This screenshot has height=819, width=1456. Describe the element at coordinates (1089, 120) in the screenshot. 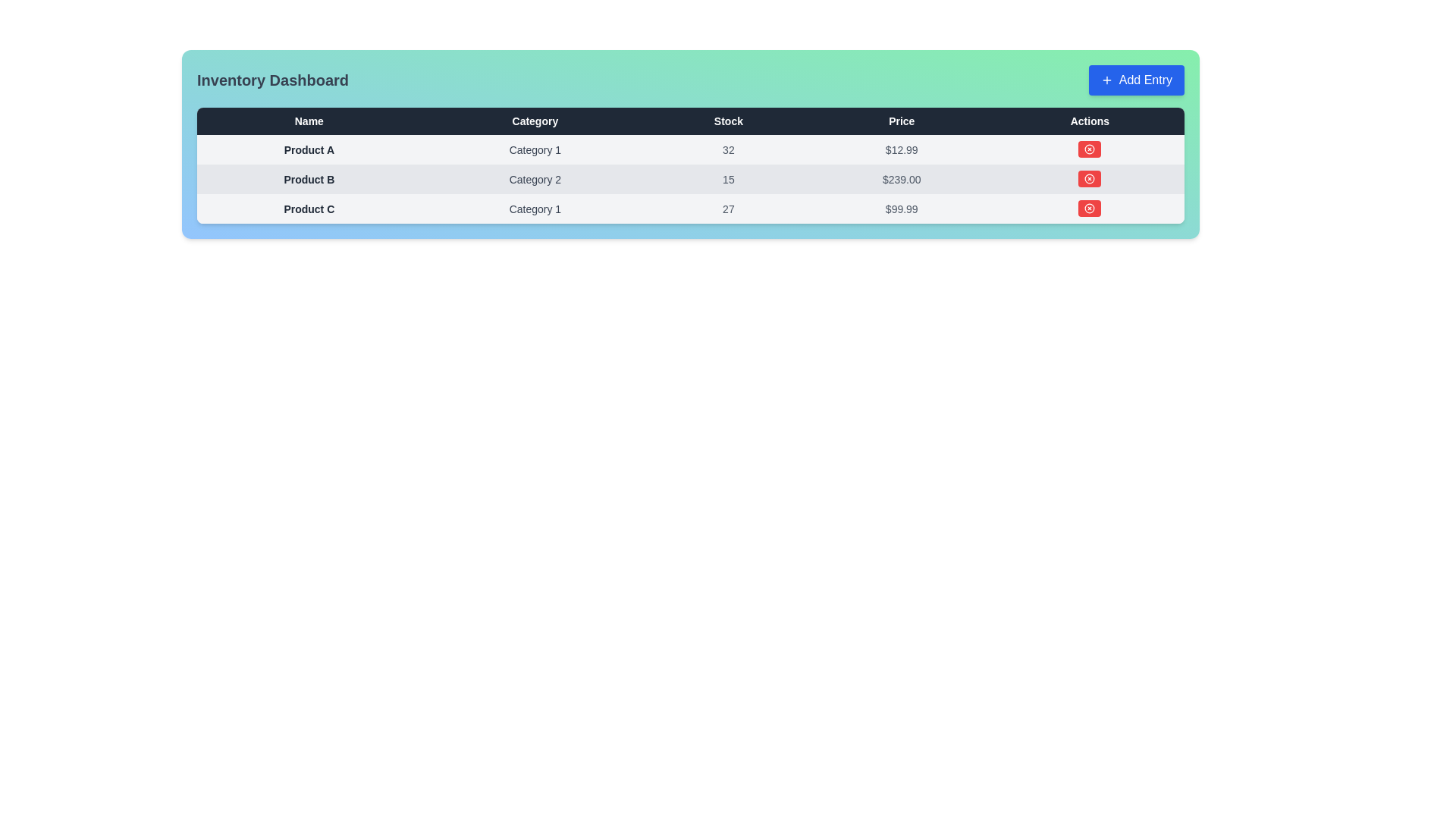

I see `the Table Header Cell displaying 'Actions', located at the top right of the table with a dark background and white text` at that location.